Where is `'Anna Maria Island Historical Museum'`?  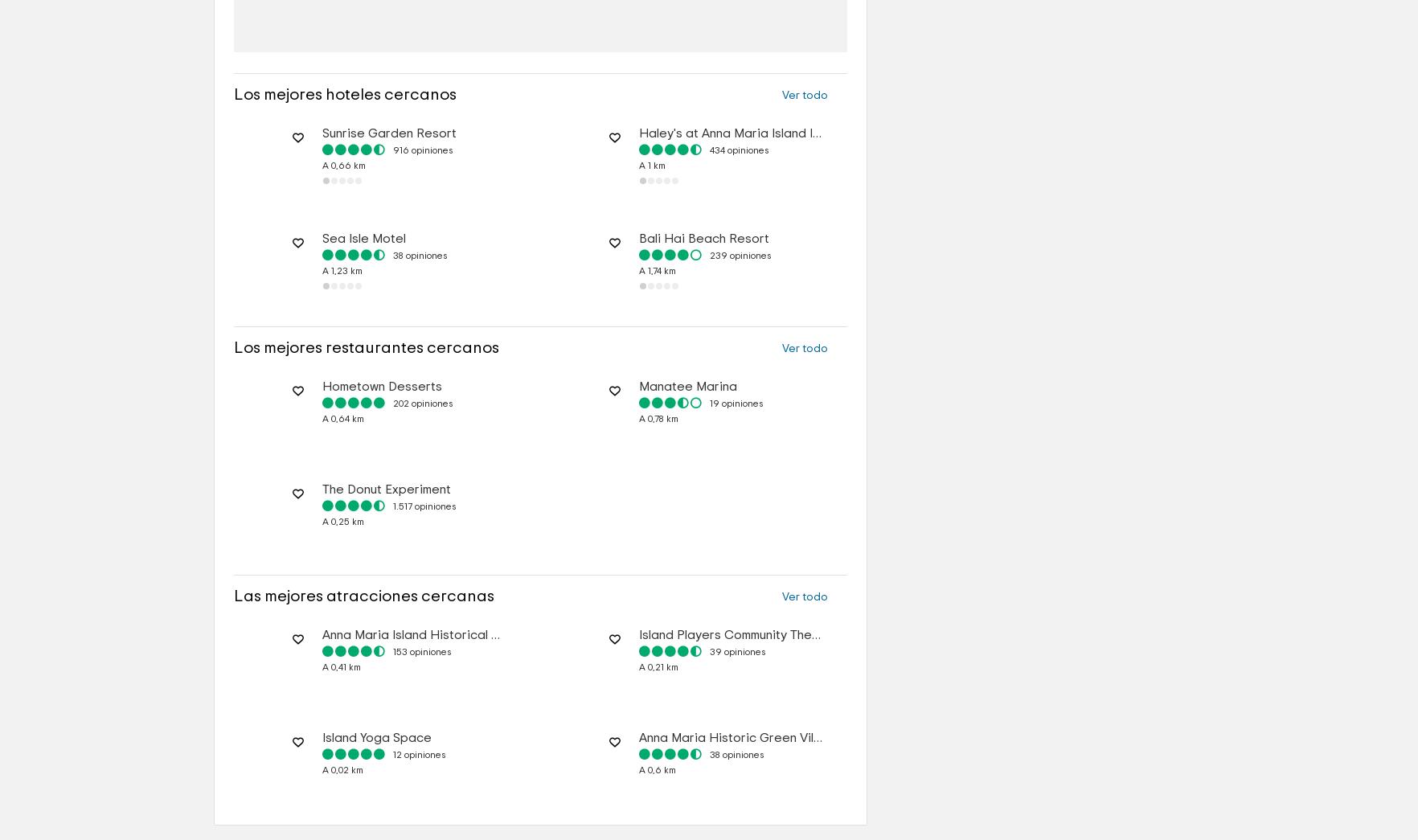
'Anna Maria Island Historical Museum' is located at coordinates (430, 682).